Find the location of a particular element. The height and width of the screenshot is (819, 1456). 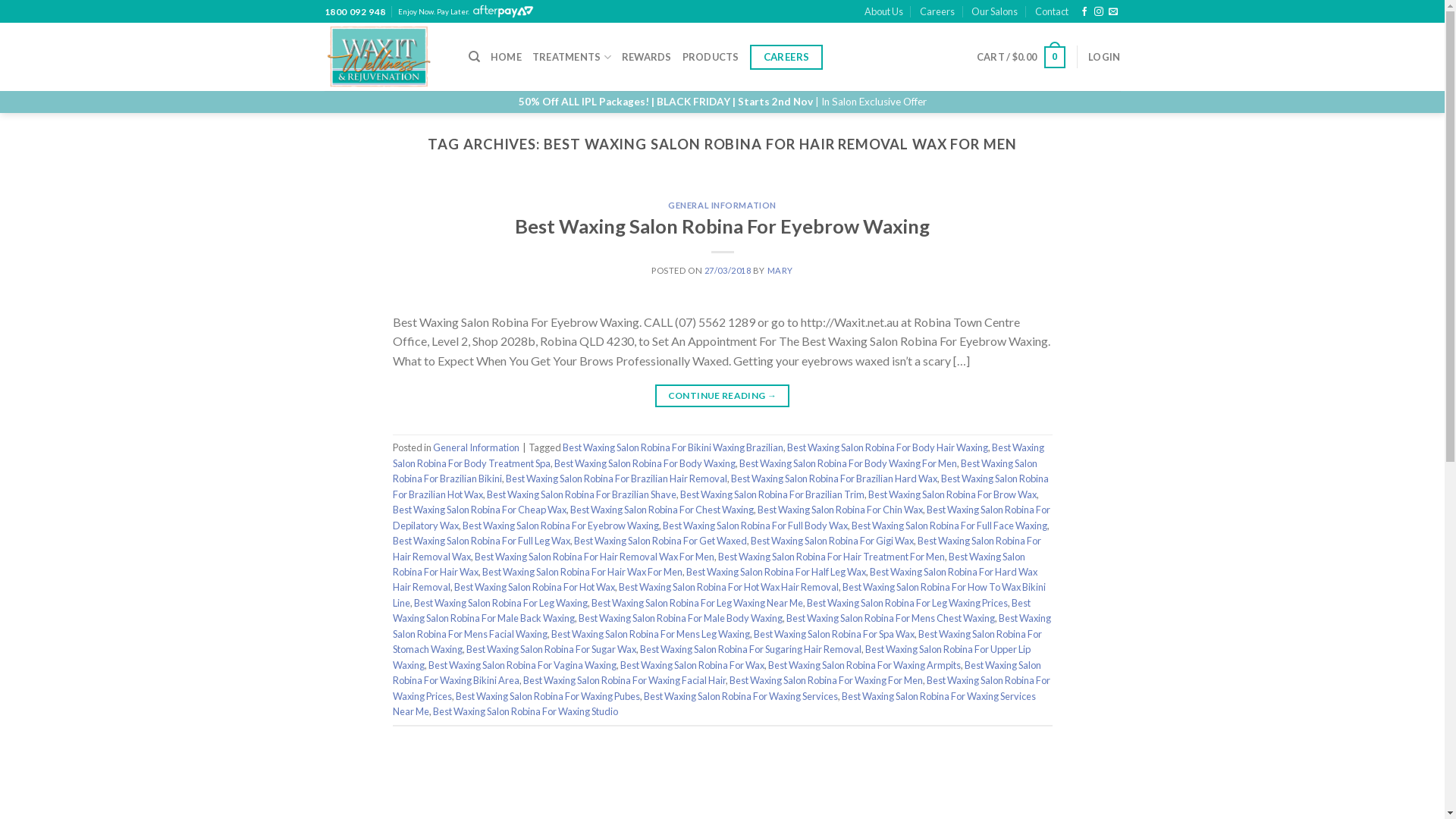

'Best Waxing Salon Robina For Waxing Services' is located at coordinates (739, 696).